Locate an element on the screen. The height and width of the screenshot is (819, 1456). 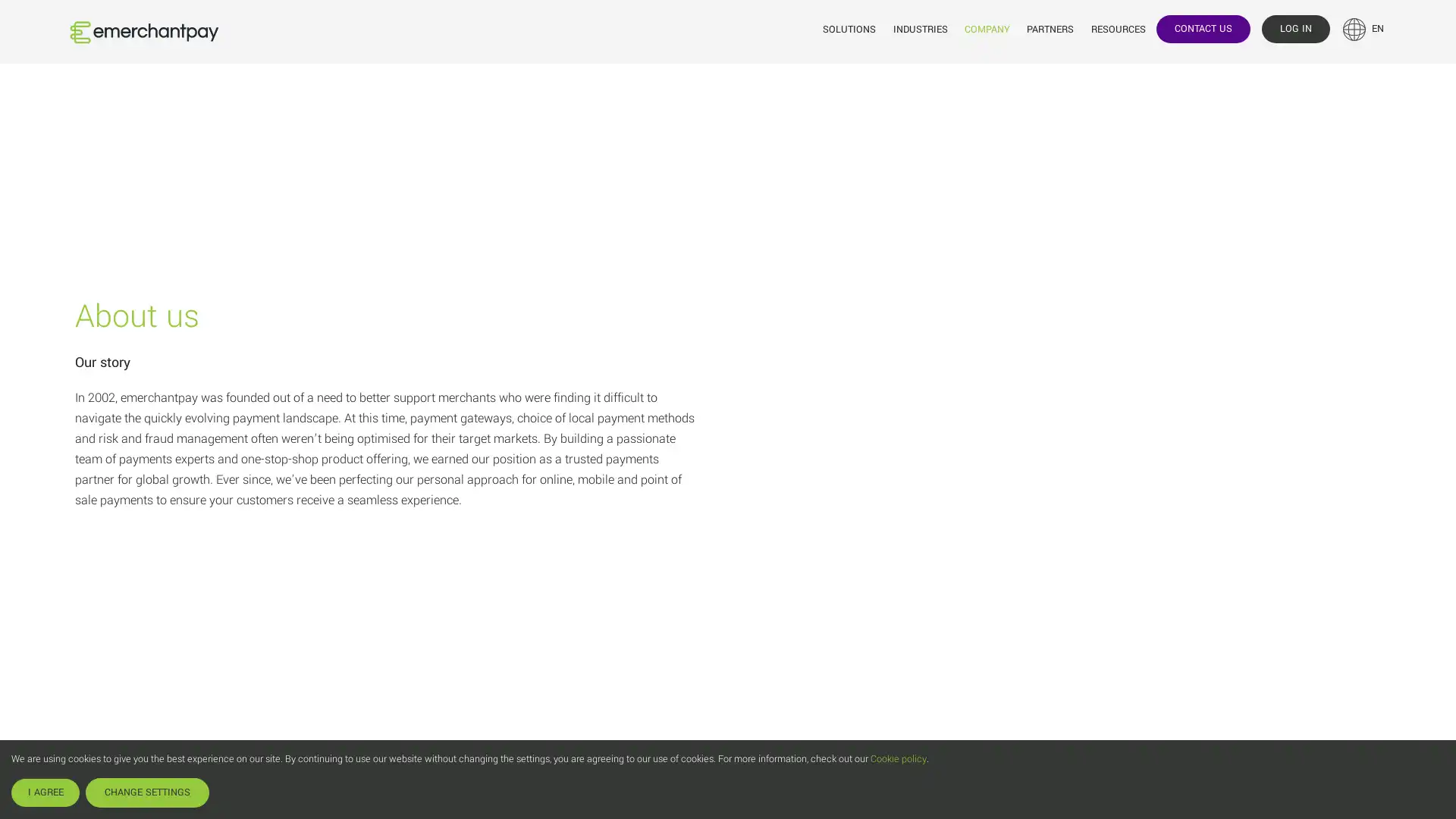
I AGREE is located at coordinates (45, 792).